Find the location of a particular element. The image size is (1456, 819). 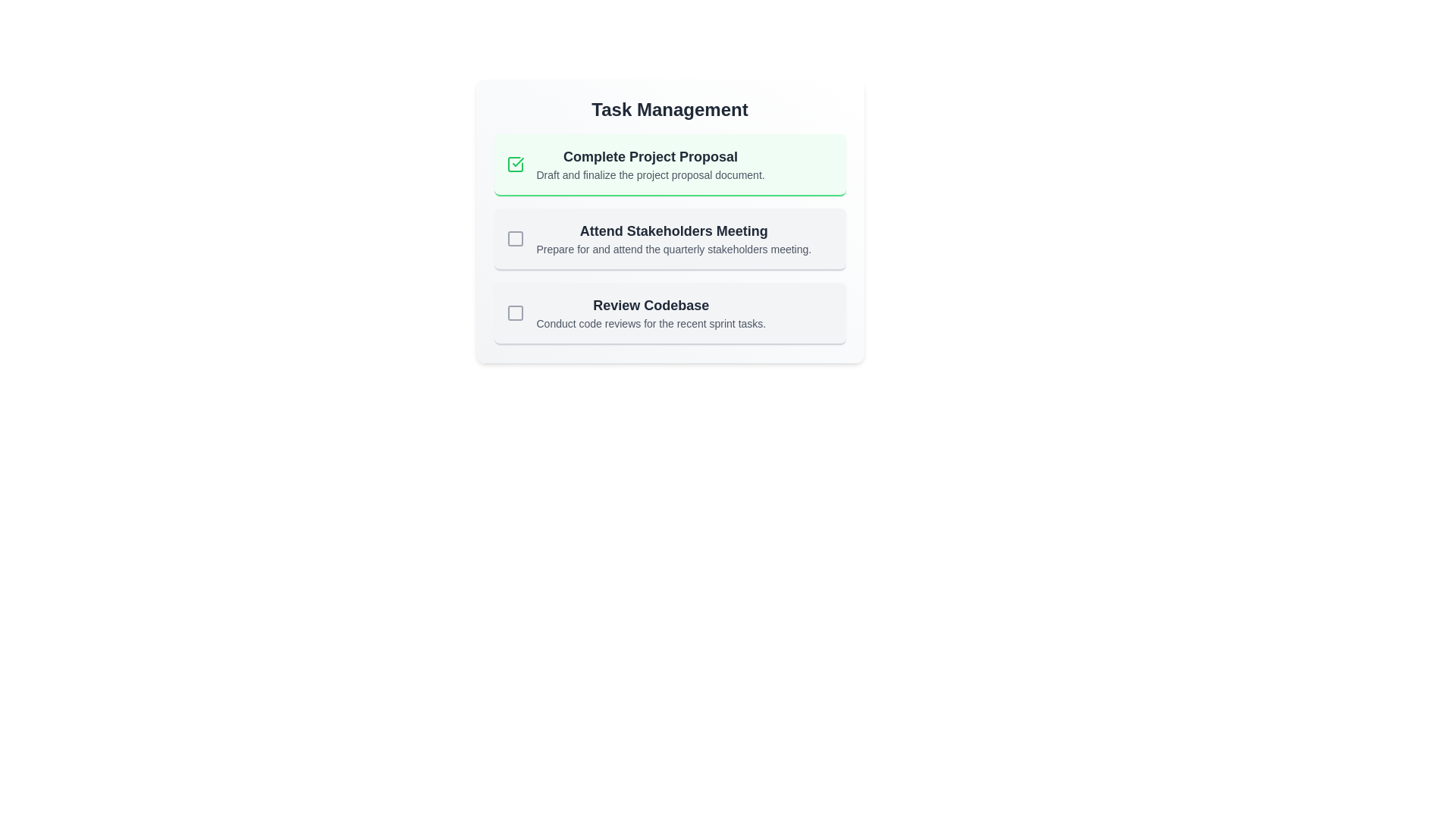

the static text description reading 'Conduct code reviews for the recent sprint tasks.' which is located beneath the header 'Review Codebase' in the task list under 'Task Management' is located at coordinates (651, 323).